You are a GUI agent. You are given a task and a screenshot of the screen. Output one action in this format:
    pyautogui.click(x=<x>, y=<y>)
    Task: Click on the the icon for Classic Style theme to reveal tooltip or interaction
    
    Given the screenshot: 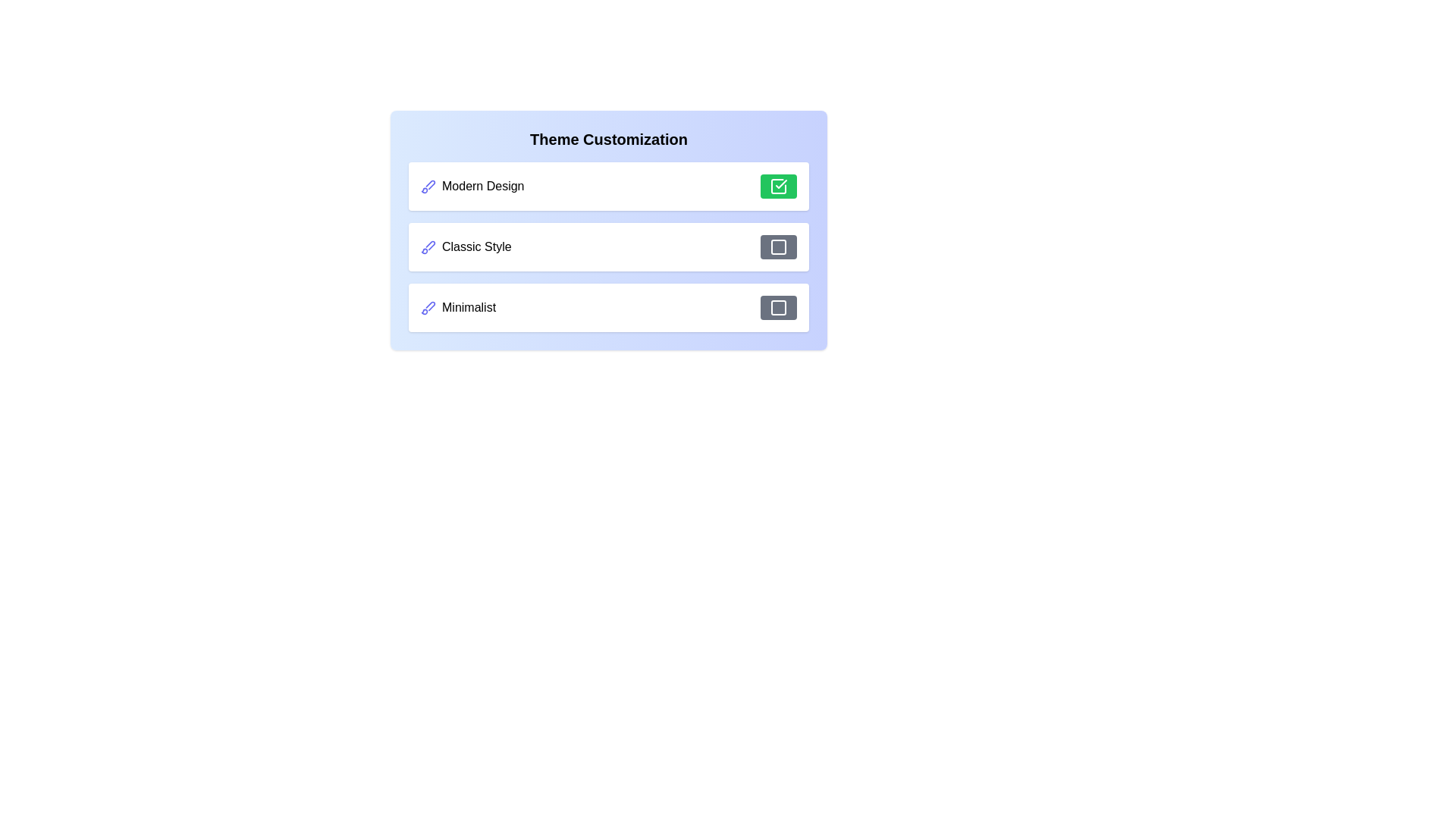 What is the action you would take?
    pyautogui.click(x=428, y=246)
    